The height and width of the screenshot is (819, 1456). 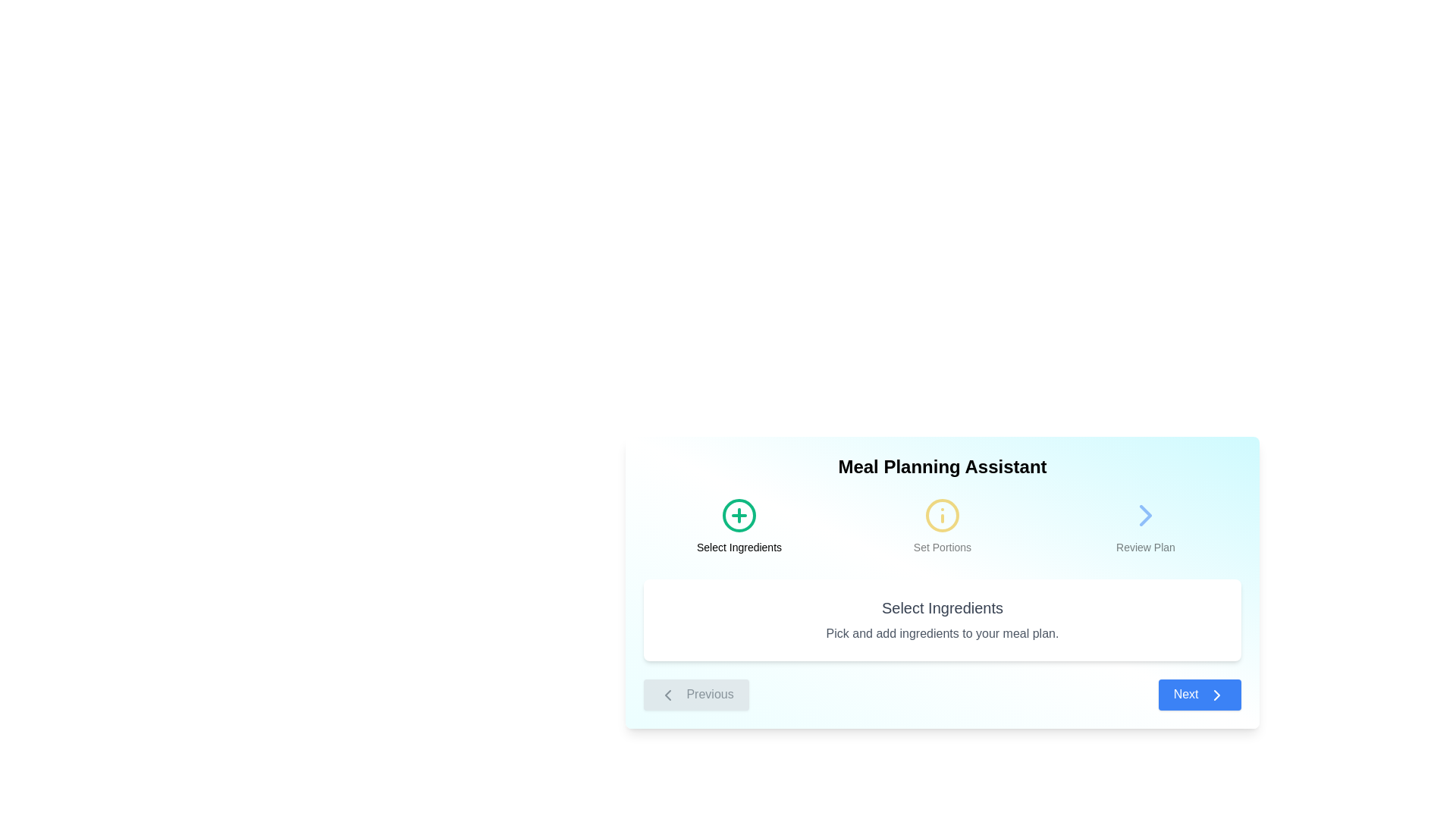 I want to click on the 'Next' button in the lower-right corner of the meal planning assistant interface, so click(x=1199, y=695).